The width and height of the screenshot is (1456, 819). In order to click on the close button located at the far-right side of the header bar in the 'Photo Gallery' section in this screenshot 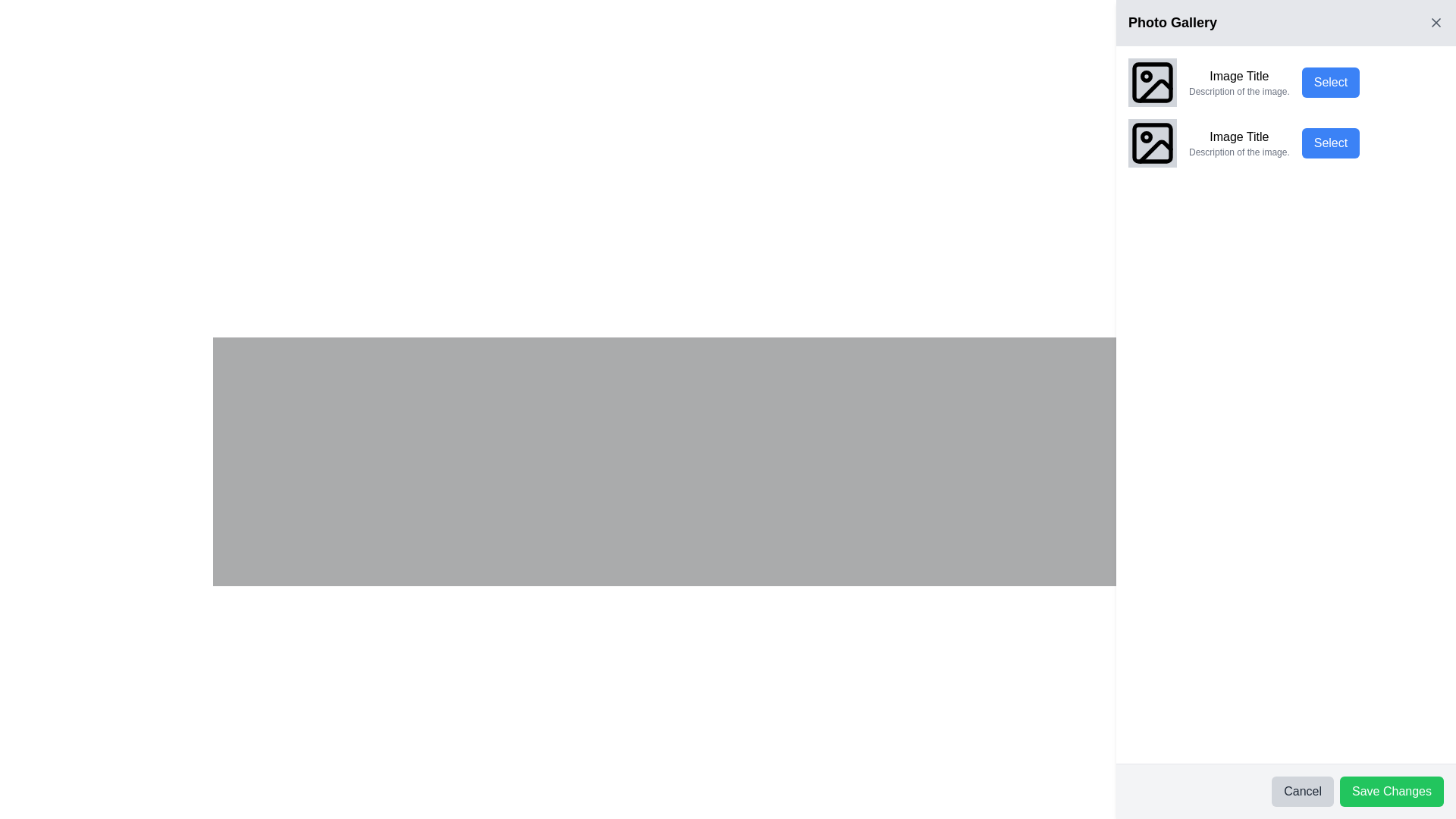, I will do `click(1436, 23)`.